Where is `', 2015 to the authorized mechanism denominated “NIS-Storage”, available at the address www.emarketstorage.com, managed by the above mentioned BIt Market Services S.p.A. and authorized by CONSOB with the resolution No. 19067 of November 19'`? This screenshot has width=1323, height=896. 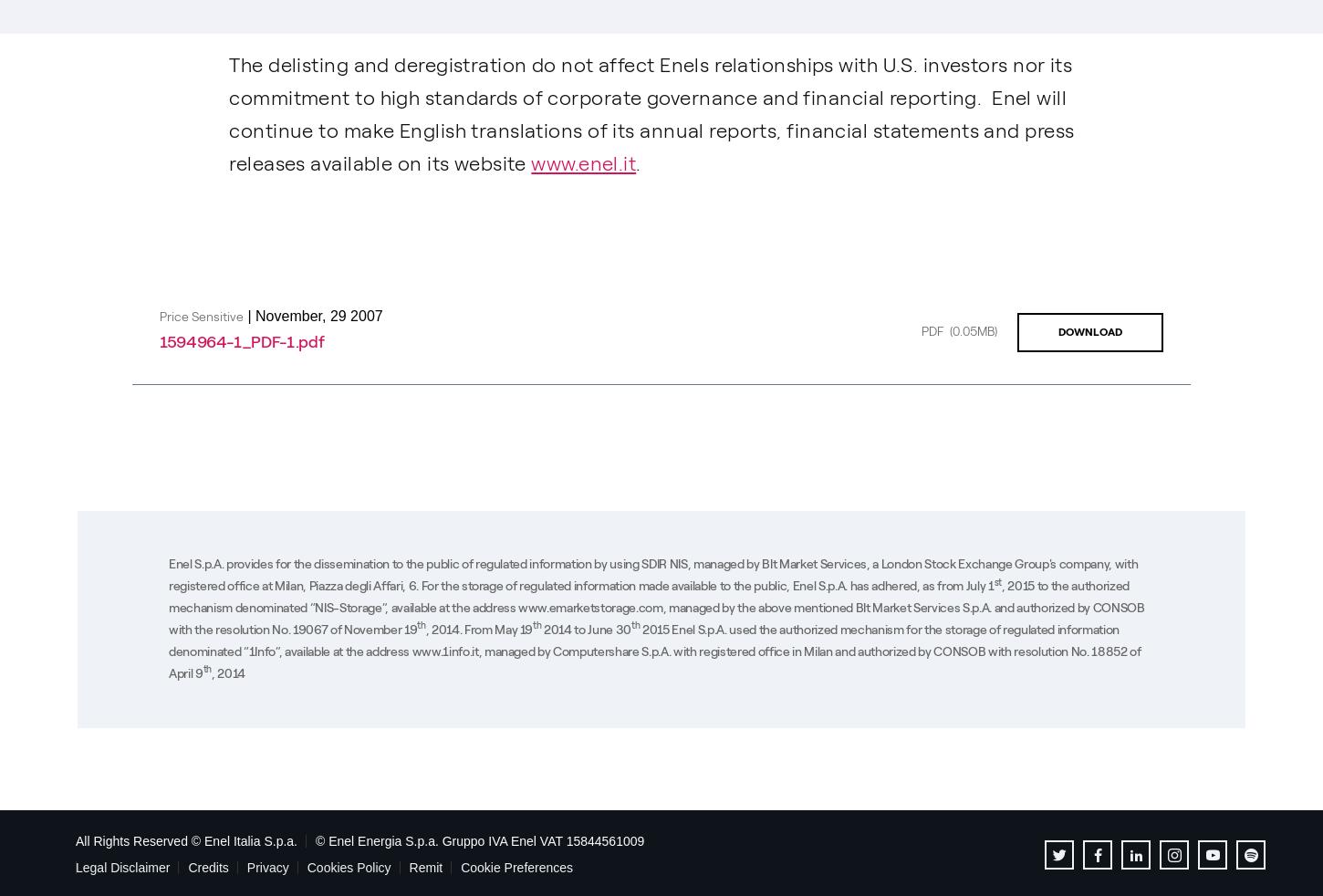
', 2015 to the authorized mechanism denominated “NIS-Storage”, available at the address www.emarketstorage.com, managed by the above mentioned BIt Market Services S.p.A. and authorized by CONSOB with the resolution No. 19067 of November 19' is located at coordinates (655, 605).